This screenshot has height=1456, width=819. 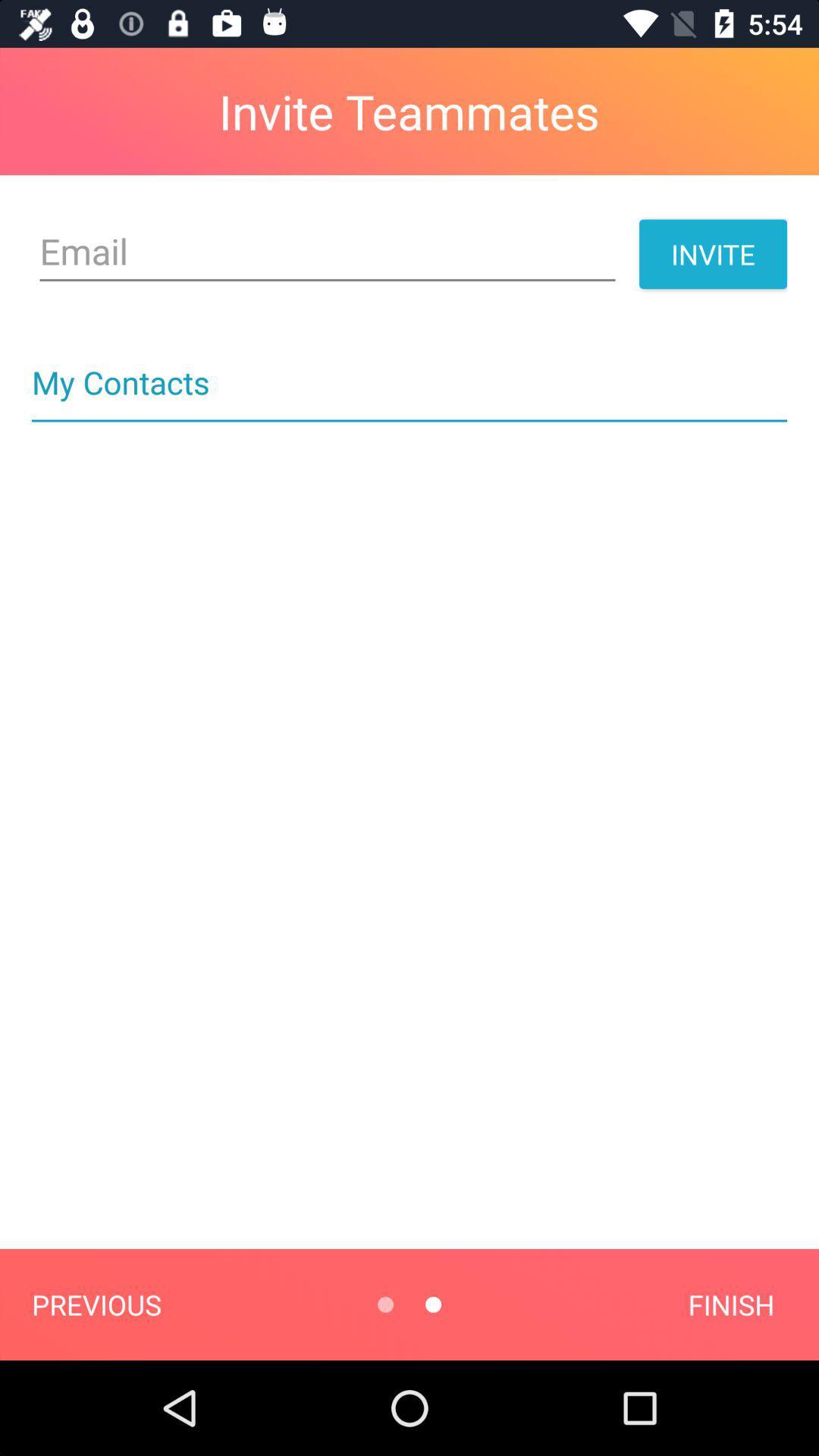 What do you see at coordinates (327, 252) in the screenshot?
I see `the item to the left of invite icon` at bounding box center [327, 252].